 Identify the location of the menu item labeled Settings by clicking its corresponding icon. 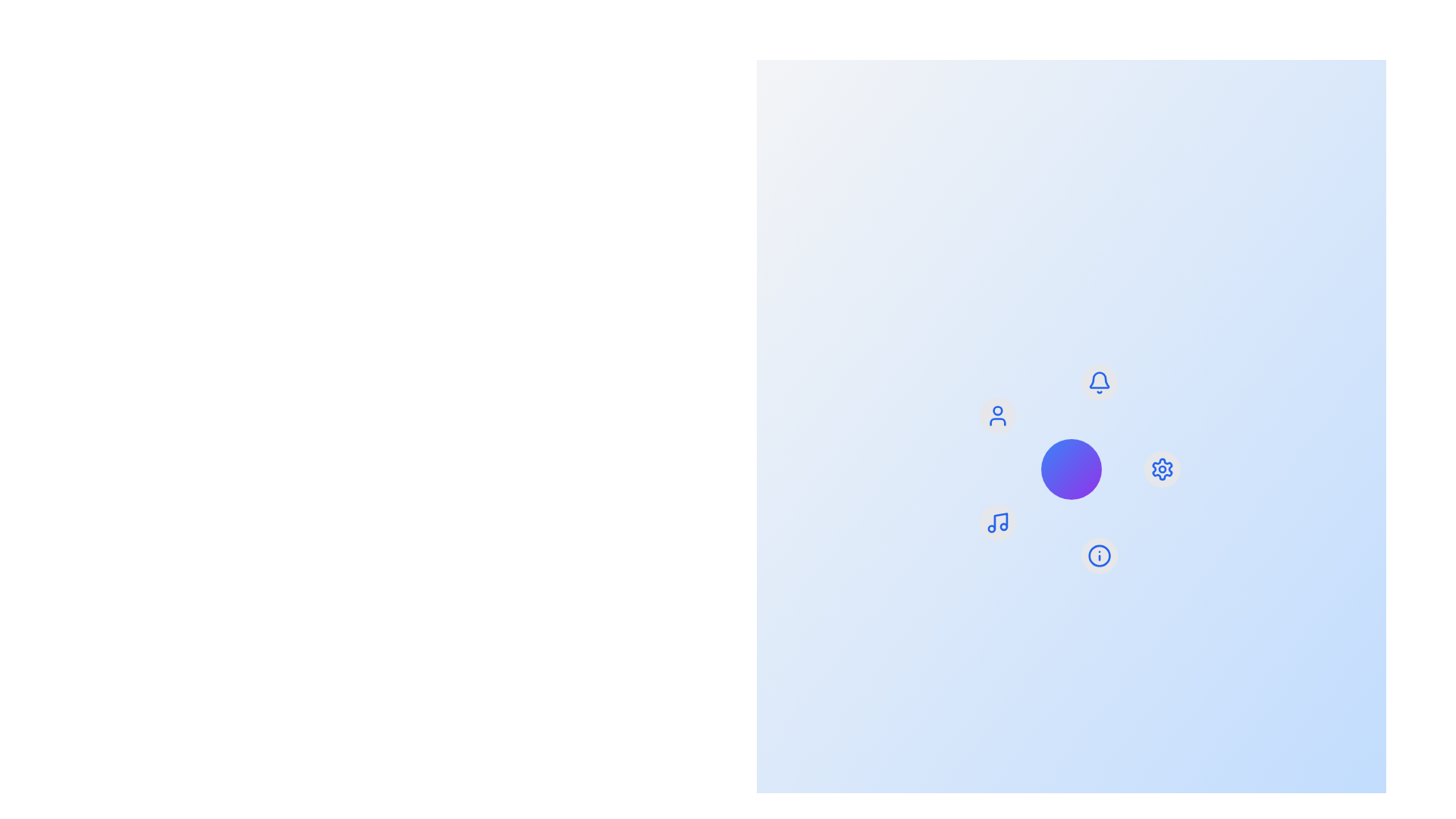
(1161, 468).